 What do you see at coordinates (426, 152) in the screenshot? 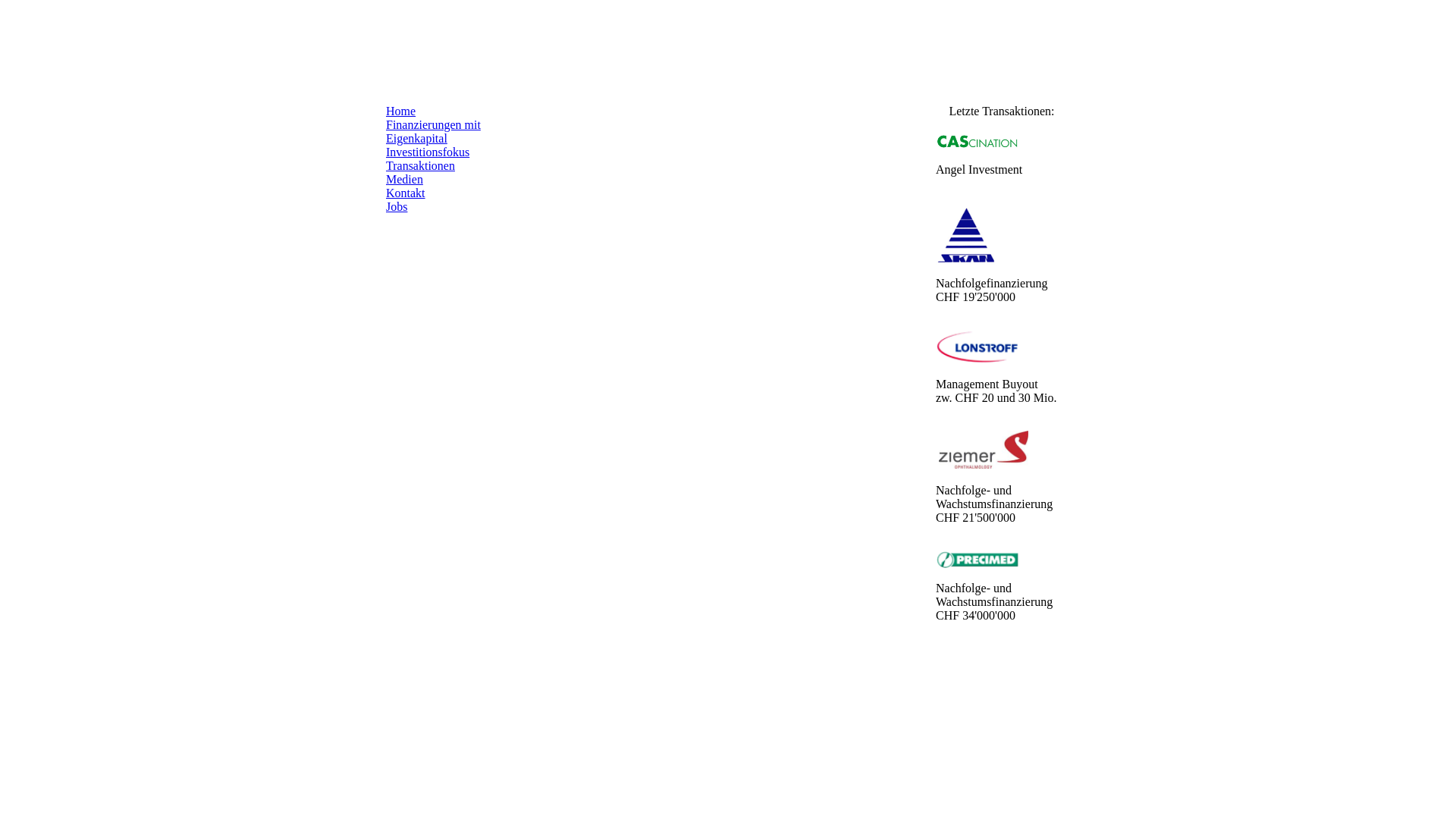
I see `'Investitionsfokus'` at bounding box center [426, 152].